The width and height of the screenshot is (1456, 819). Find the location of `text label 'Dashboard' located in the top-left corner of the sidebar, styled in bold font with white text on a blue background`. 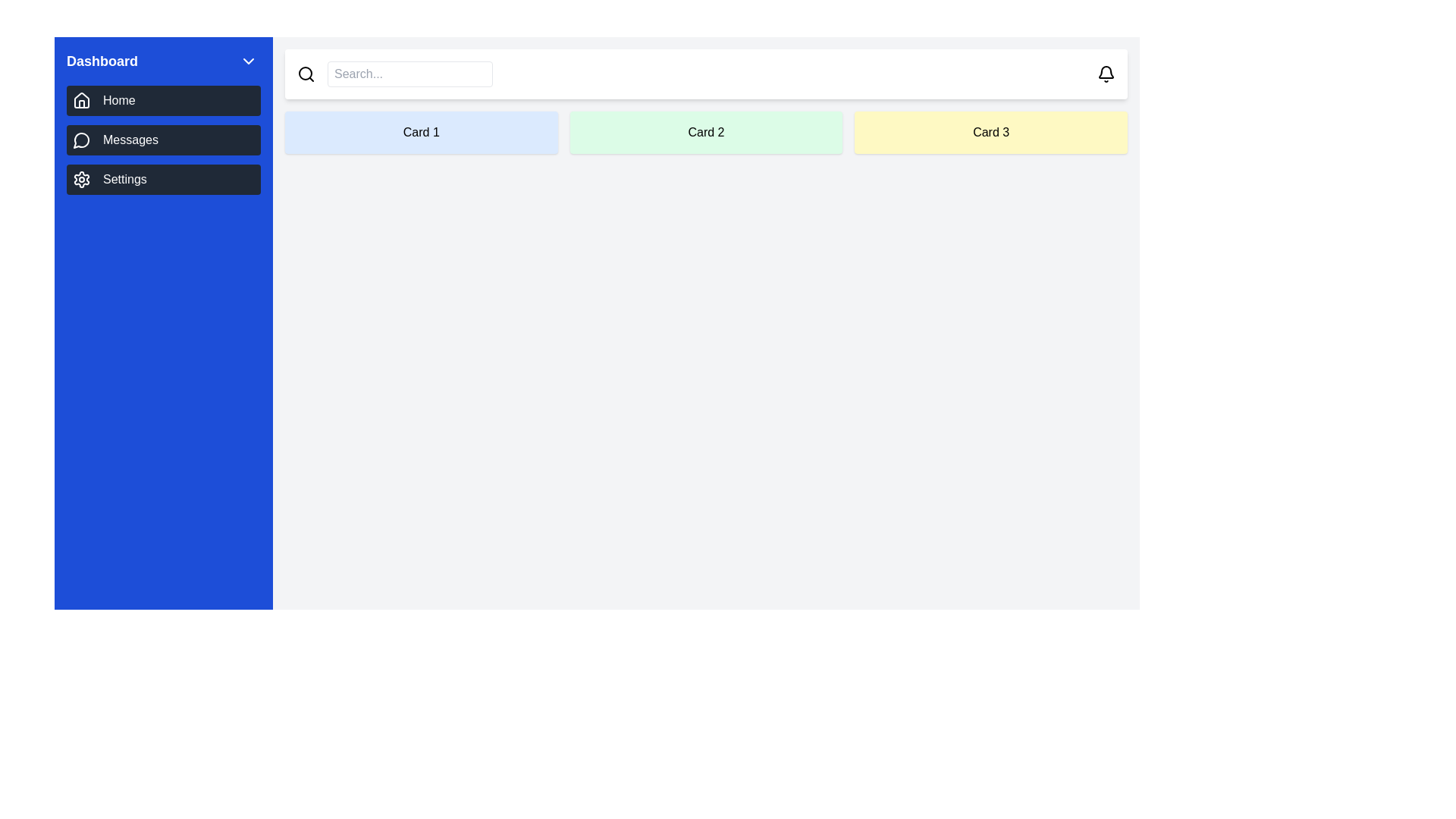

text label 'Dashboard' located in the top-left corner of the sidebar, styled in bold font with white text on a blue background is located at coordinates (101, 61).